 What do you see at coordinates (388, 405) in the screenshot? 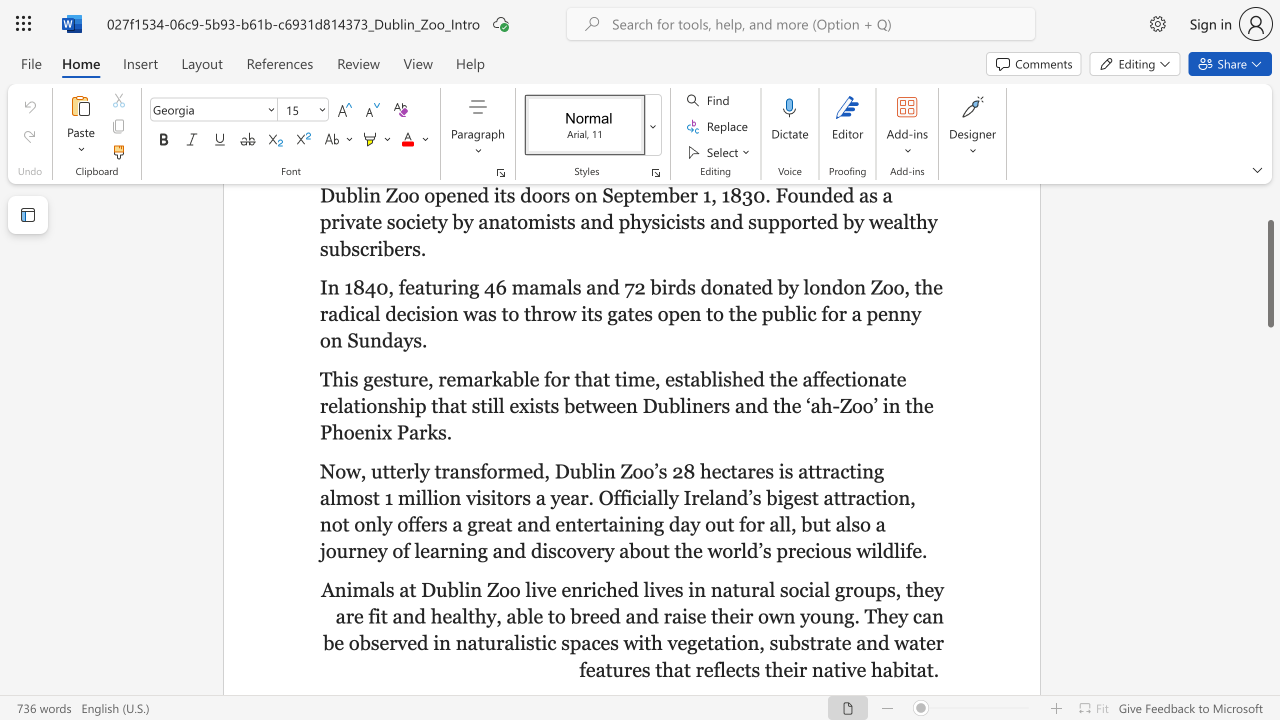
I see `the subset text "ship that still e" within the text "This gesture, remarkable for that time, established the affectionate relationship that still exists between Dubliners and the ‘ah-Zoo’ in the Phoenix Parks."` at bounding box center [388, 405].